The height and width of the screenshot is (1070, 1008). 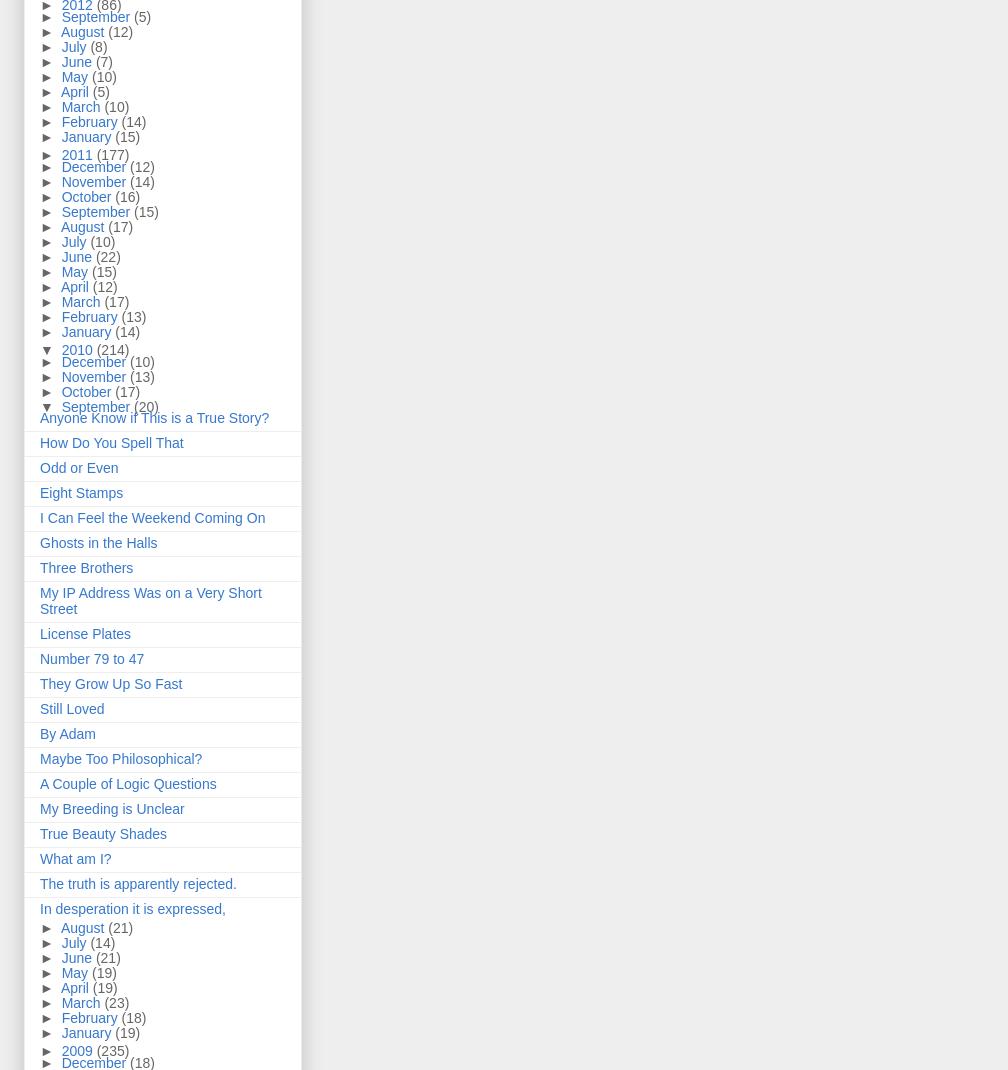 I want to click on 'They Grow Up So Fast', so click(x=40, y=684).